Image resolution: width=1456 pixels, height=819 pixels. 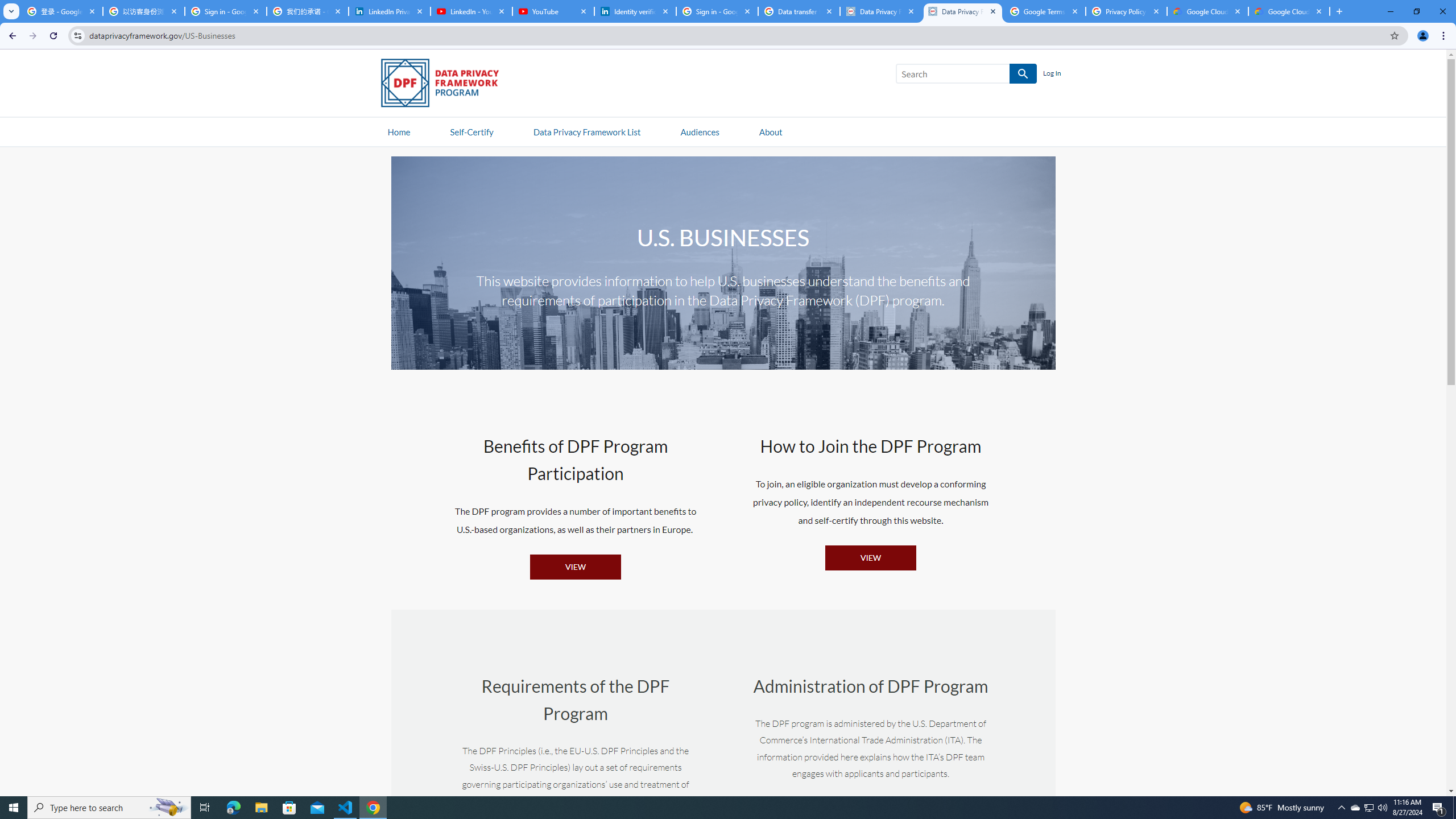 What do you see at coordinates (965, 76) in the screenshot?
I see `'Search SEARCH'` at bounding box center [965, 76].